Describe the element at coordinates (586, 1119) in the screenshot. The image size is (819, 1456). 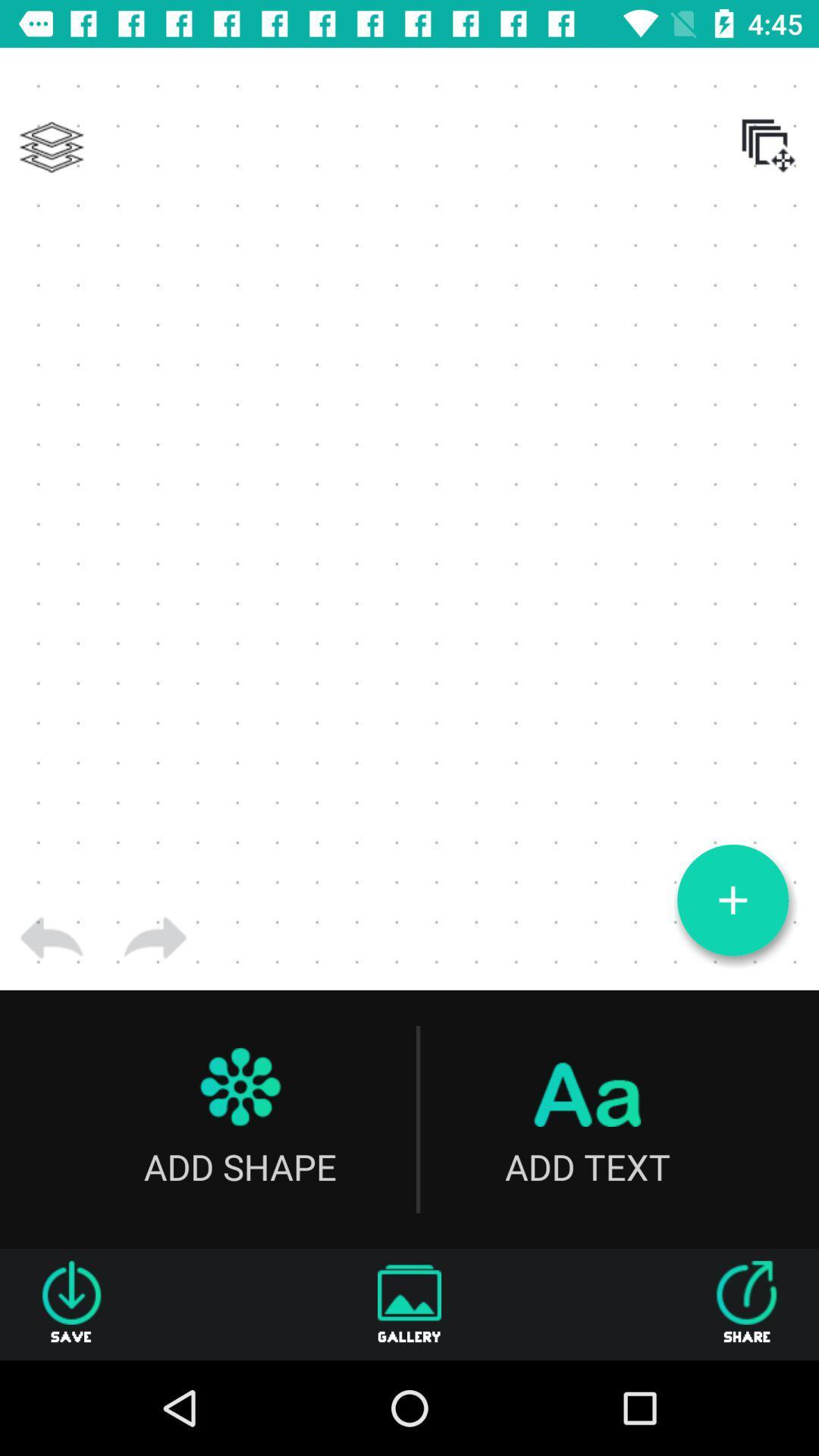
I see `add text item` at that location.